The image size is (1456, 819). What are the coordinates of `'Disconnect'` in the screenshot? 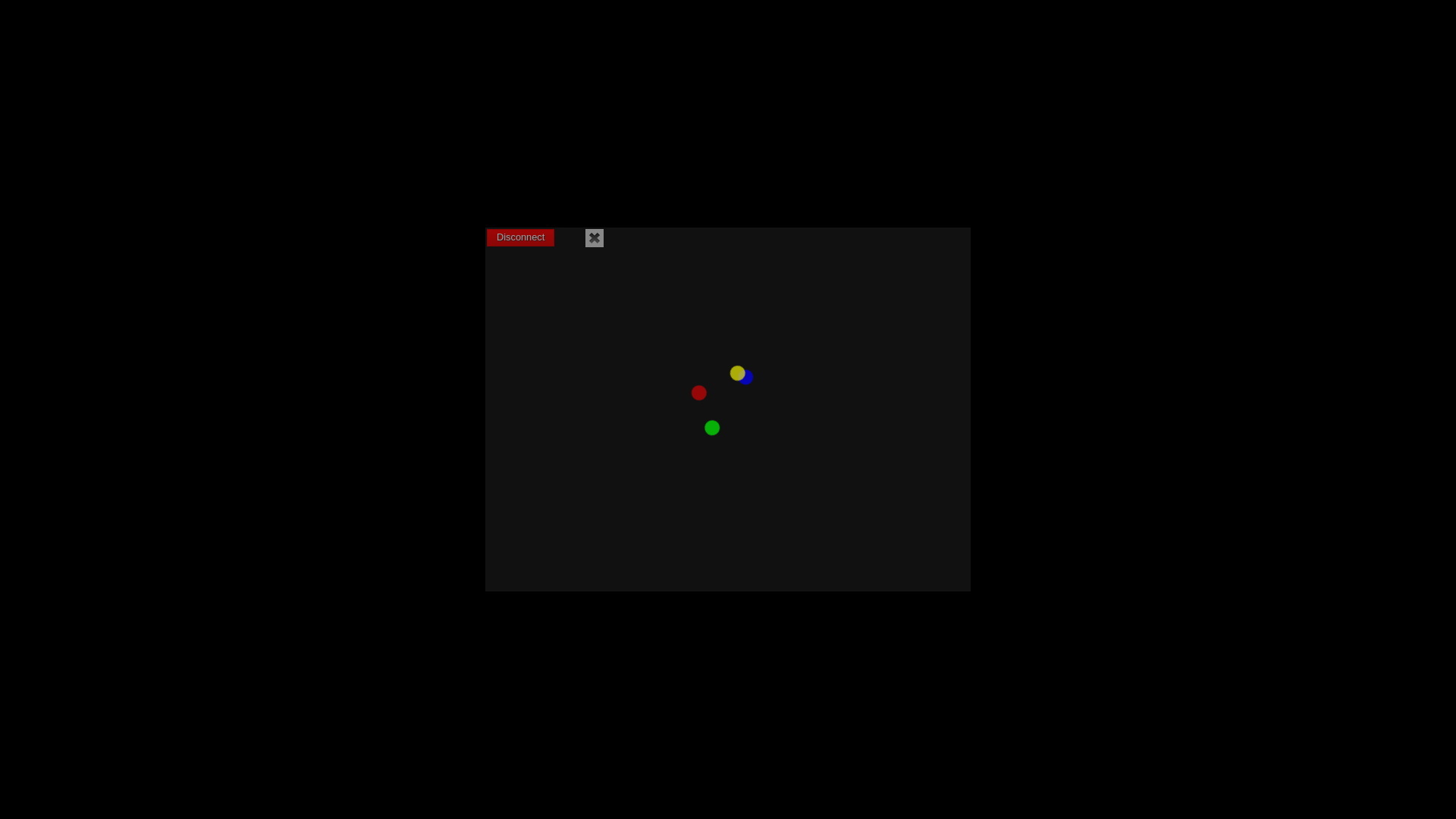 It's located at (520, 237).